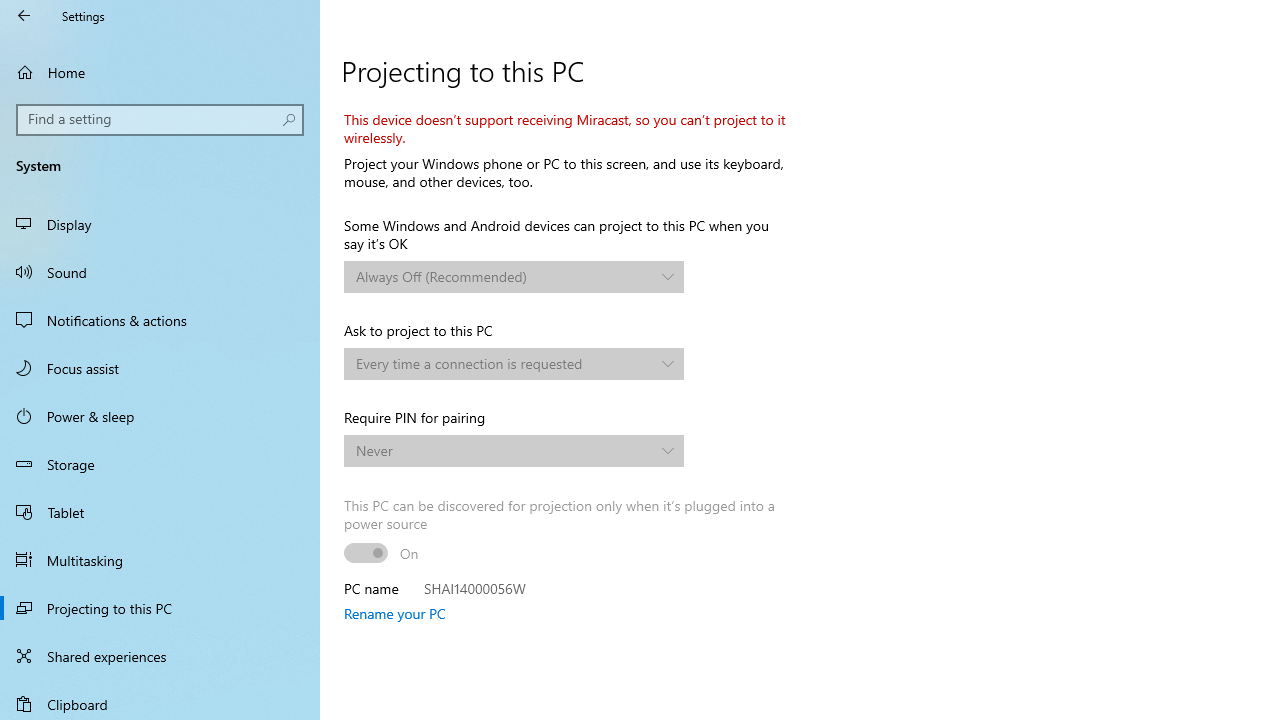 Image resolution: width=1280 pixels, height=720 pixels. I want to click on 'Require PIN for pairing', so click(513, 451).